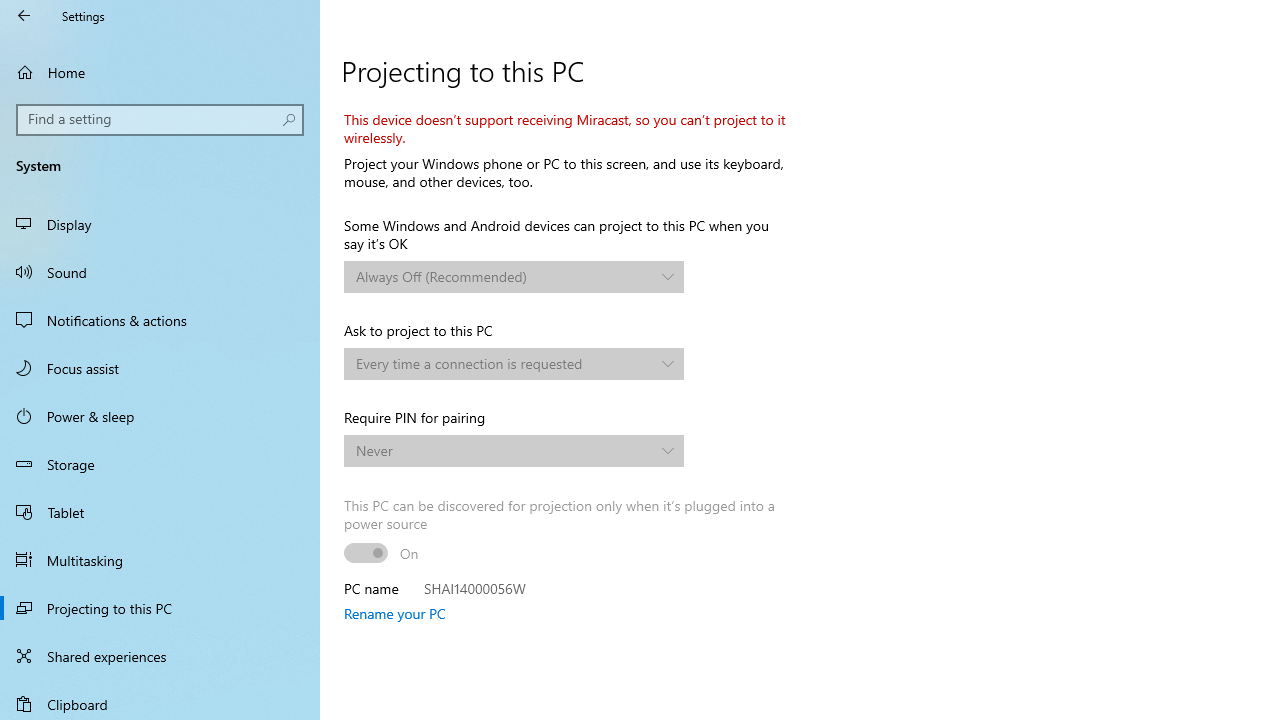 Image resolution: width=1280 pixels, height=720 pixels. I want to click on 'Require PIN for pairing', so click(513, 451).